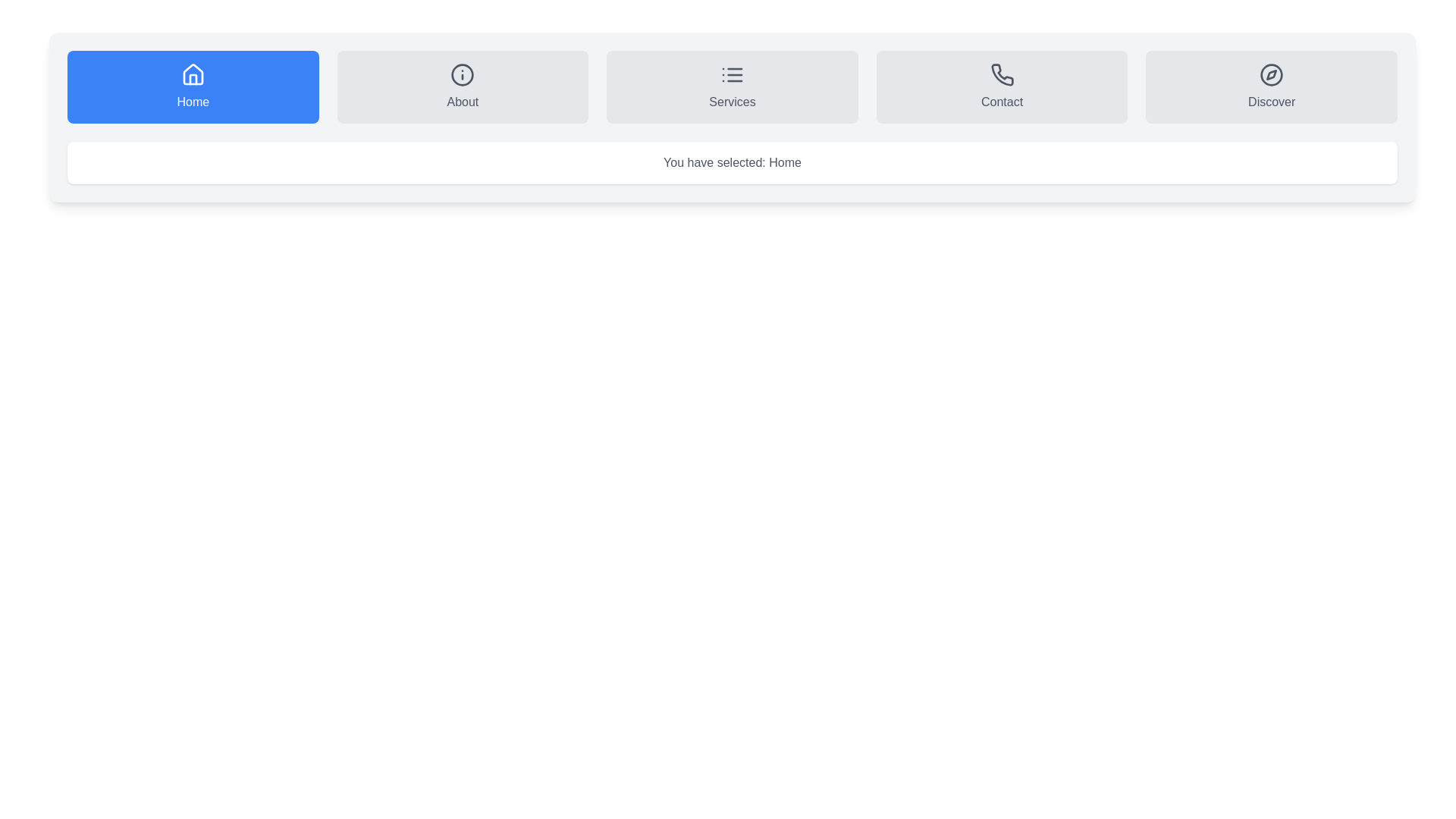  Describe the element at coordinates (732, 163) in the screenshot. I see `contents of the white text block displaying the message 'You have selected: Home', which is located below the navigation bar` at that location.